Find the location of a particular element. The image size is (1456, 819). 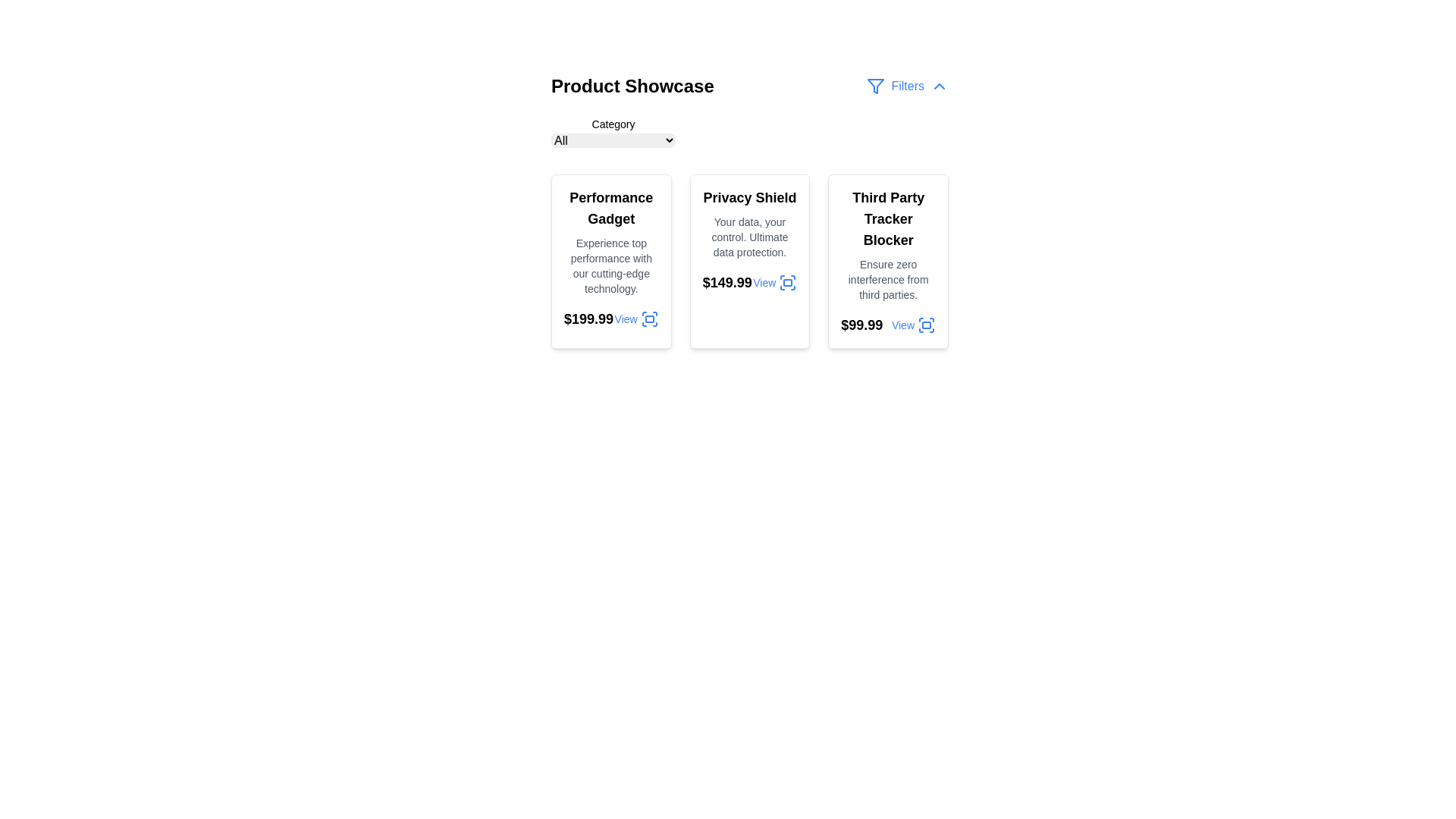

the downward-pointing chevron icon located to the right of the 'Filters' text is located at coordinates (938, 86).